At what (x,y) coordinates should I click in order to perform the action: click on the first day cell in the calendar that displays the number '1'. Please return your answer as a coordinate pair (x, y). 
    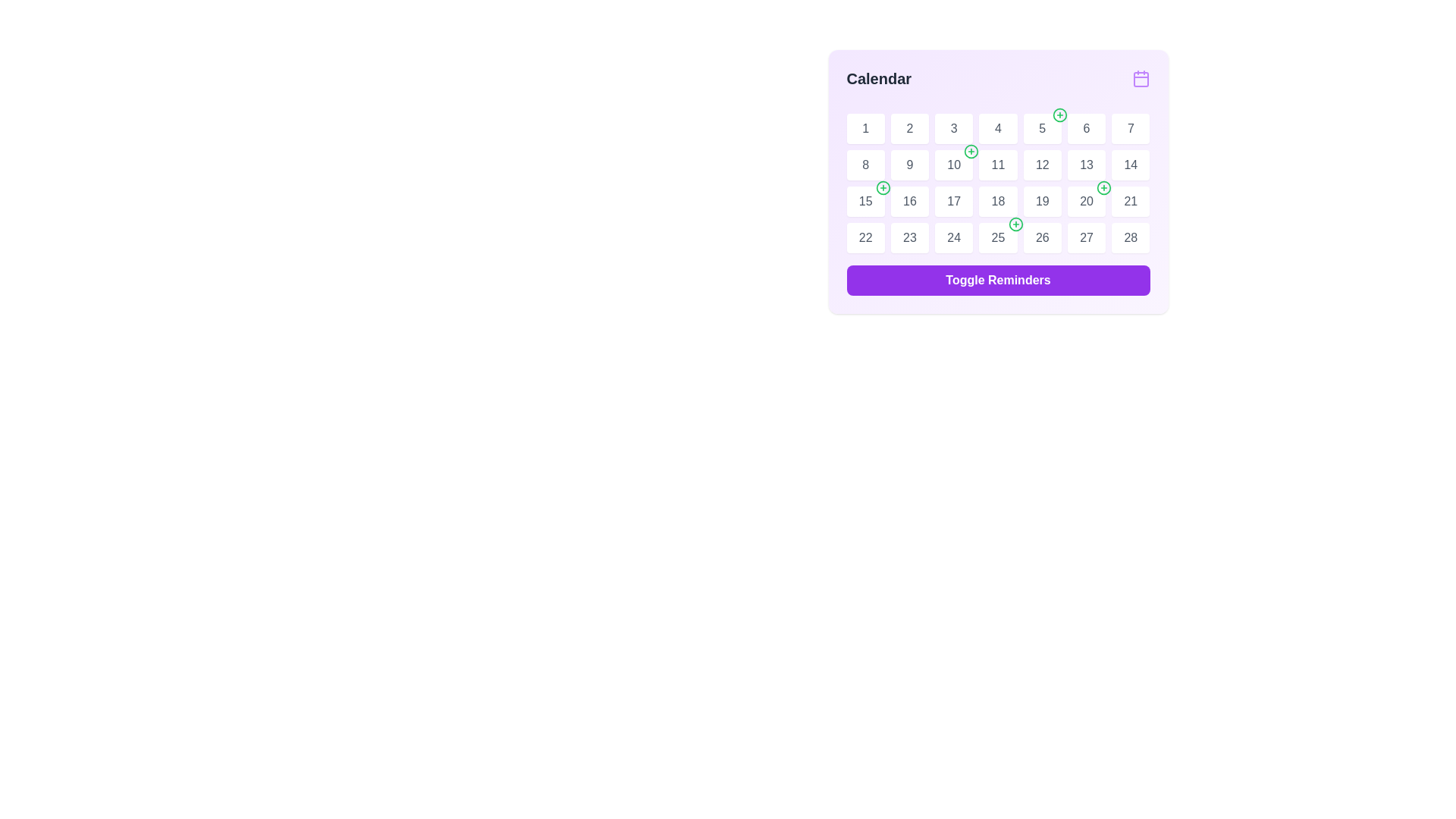
    Looking at the image, I should click on (865, 127).